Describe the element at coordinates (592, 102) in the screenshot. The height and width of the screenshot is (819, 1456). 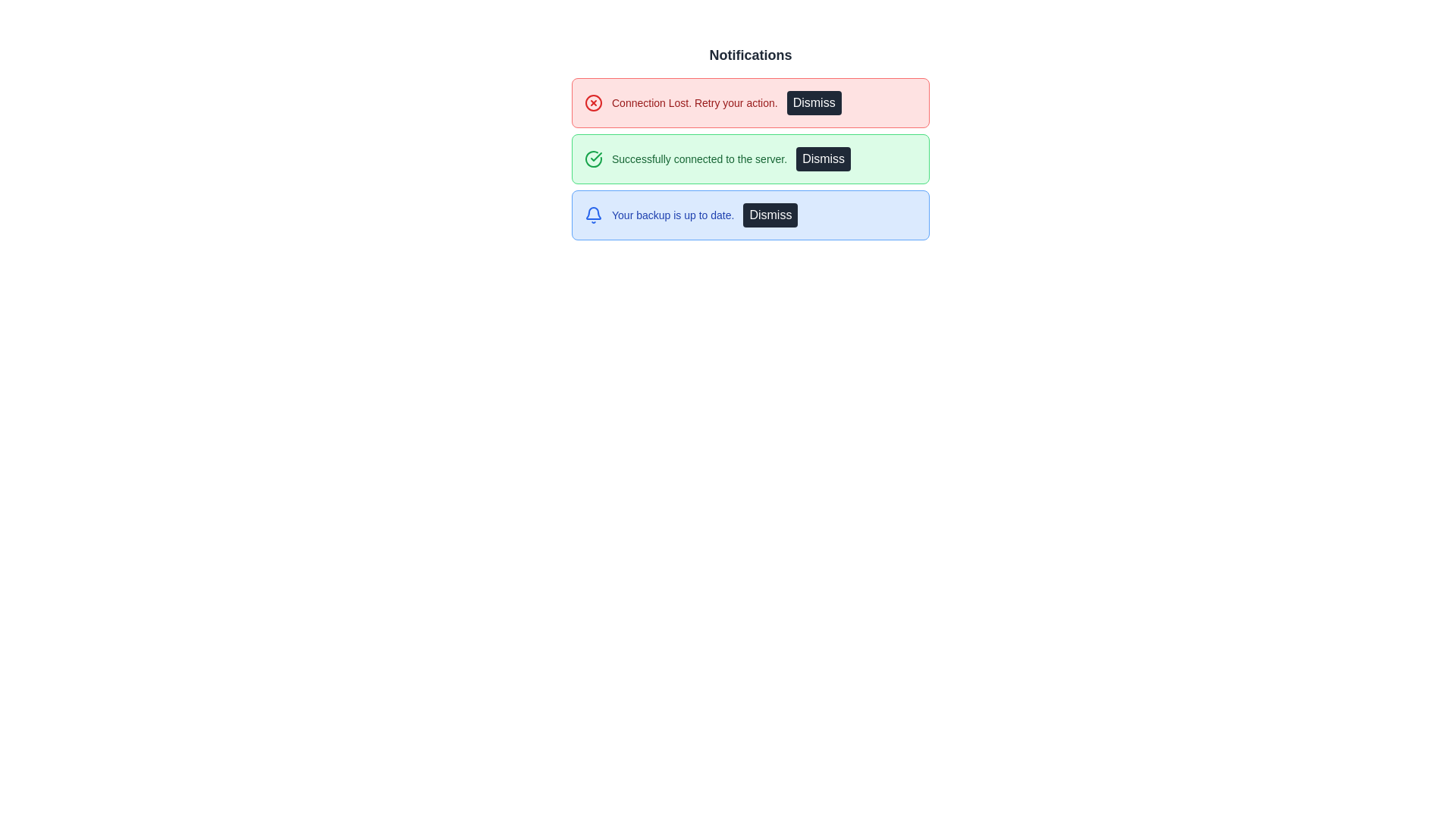
I see `the circular red icon with a white background and a cross symbol, located at the left end of the top notification bar, next to the text 'Connection Lost. Retry your action.'` at that location.